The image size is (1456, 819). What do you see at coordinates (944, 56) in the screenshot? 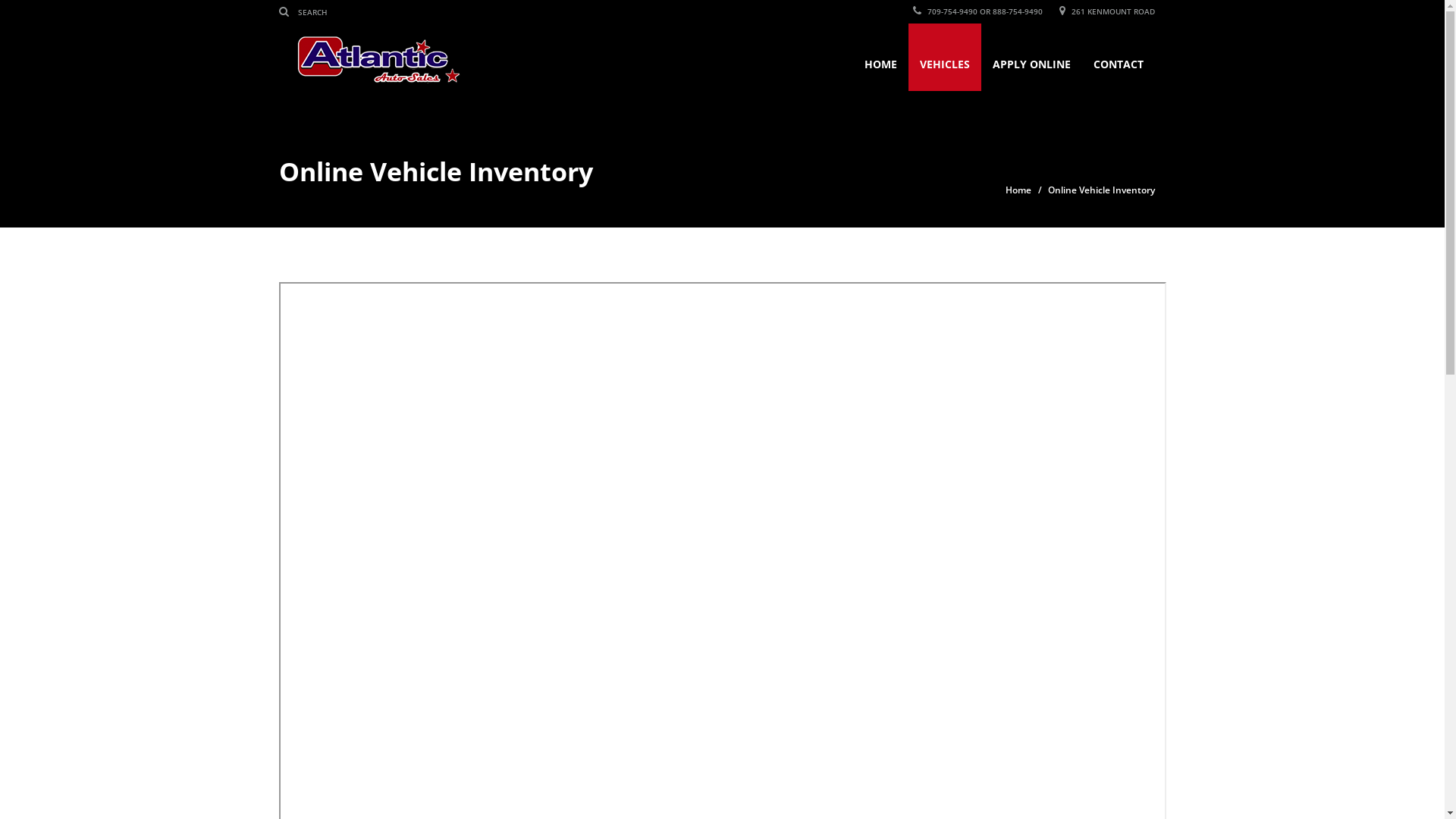
I see `'VEHICLES'` at bounding box center [944, 56].